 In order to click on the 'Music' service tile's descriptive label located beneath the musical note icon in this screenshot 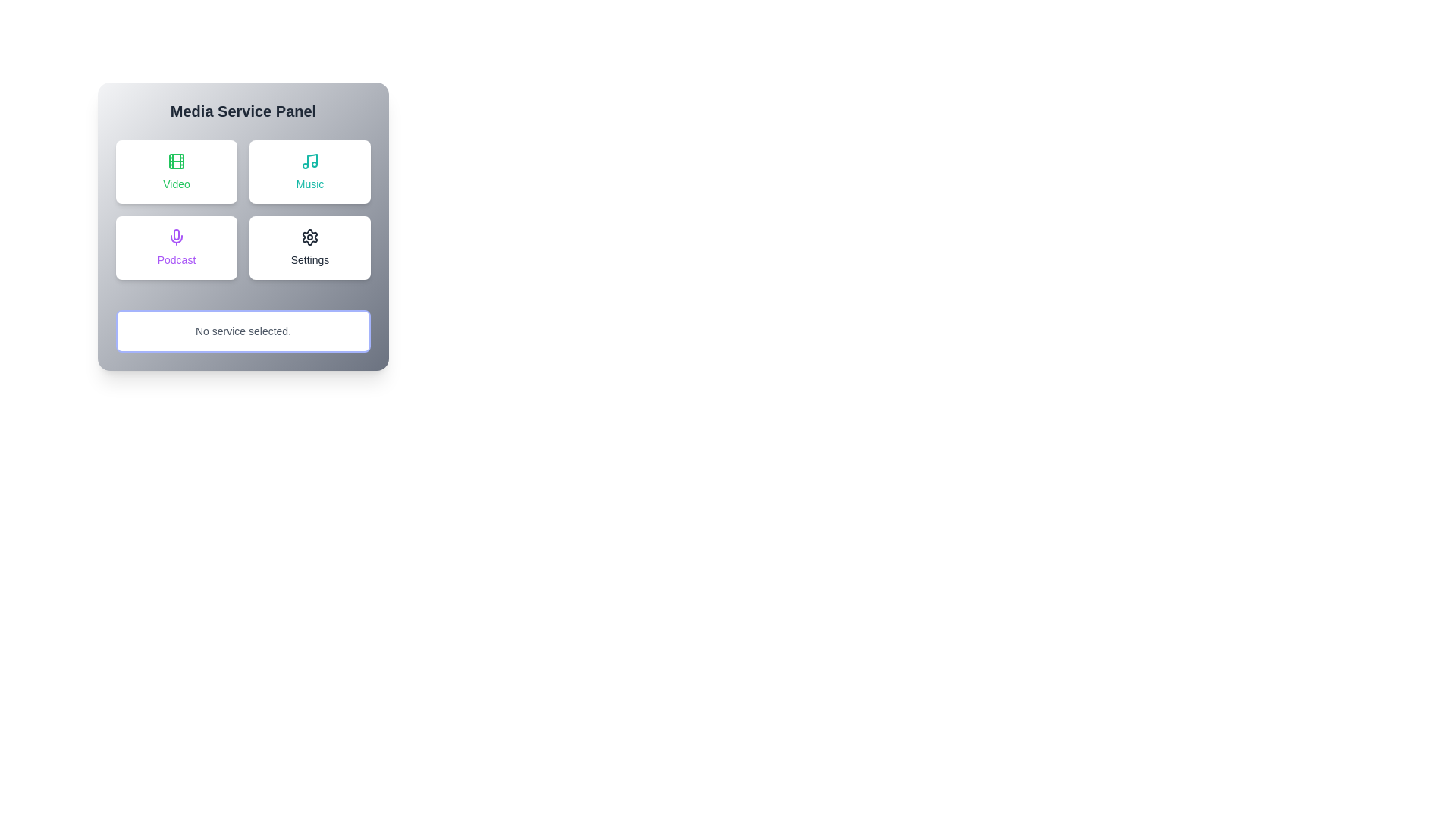, I will do `click(309, 184)`.